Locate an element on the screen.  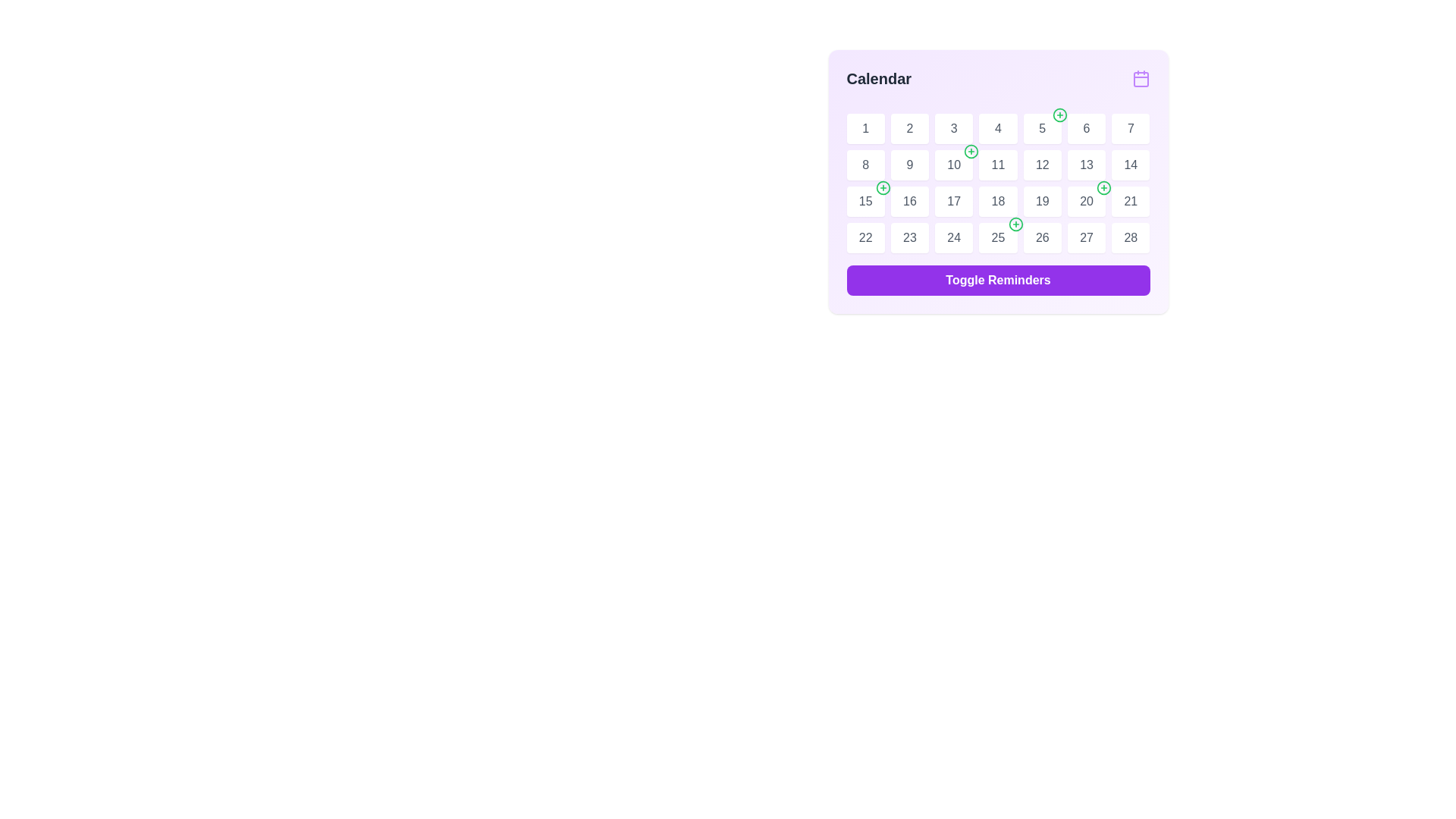
the button-like icon located in the top-right corner of the '15' date cell in the calendar grid is located at coordinates (883, 187).